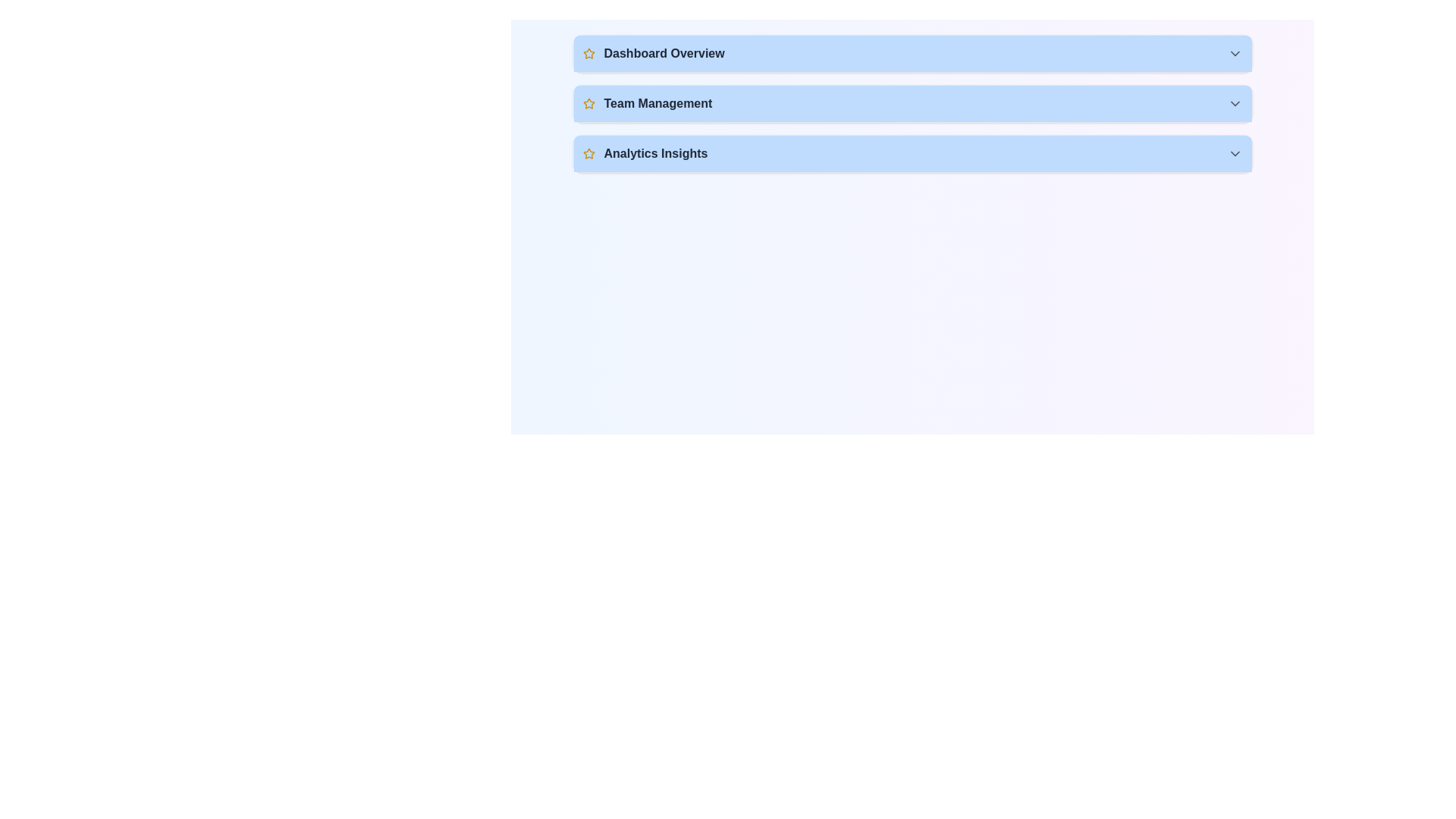 This screenshot has height=819, width=1456. Describe the element at coordinates (648, 103) in the screenshot. I see `the 'Team Management' menu item, which displays bold black text and a yellow star icon on a light blue background` at that location.